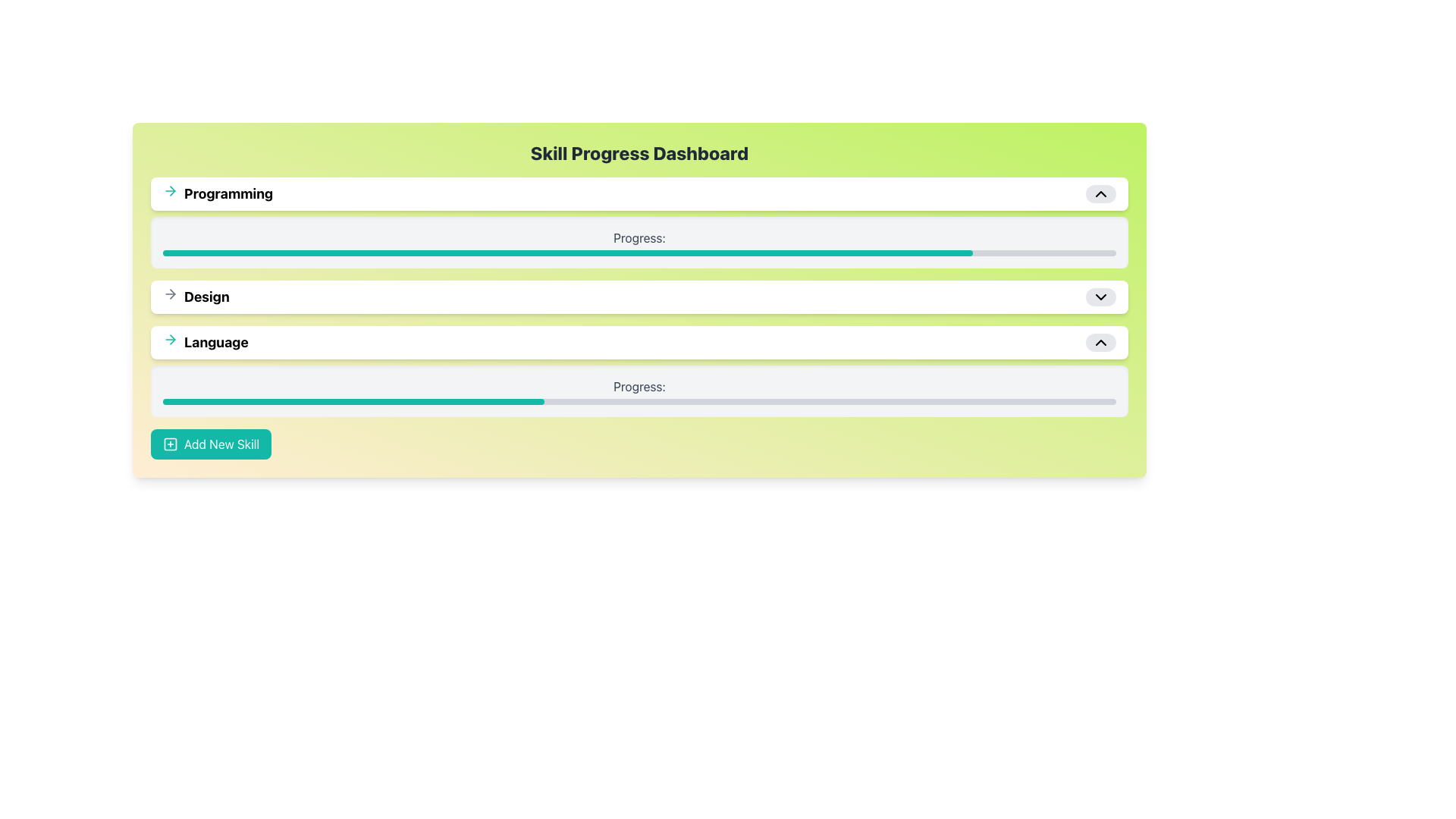 This screenshot has width=1456, height=819. Describe the element at coordinates (1100, 297) in the screenshot. I see `the button at the far right of the 'Design' section` at that location.